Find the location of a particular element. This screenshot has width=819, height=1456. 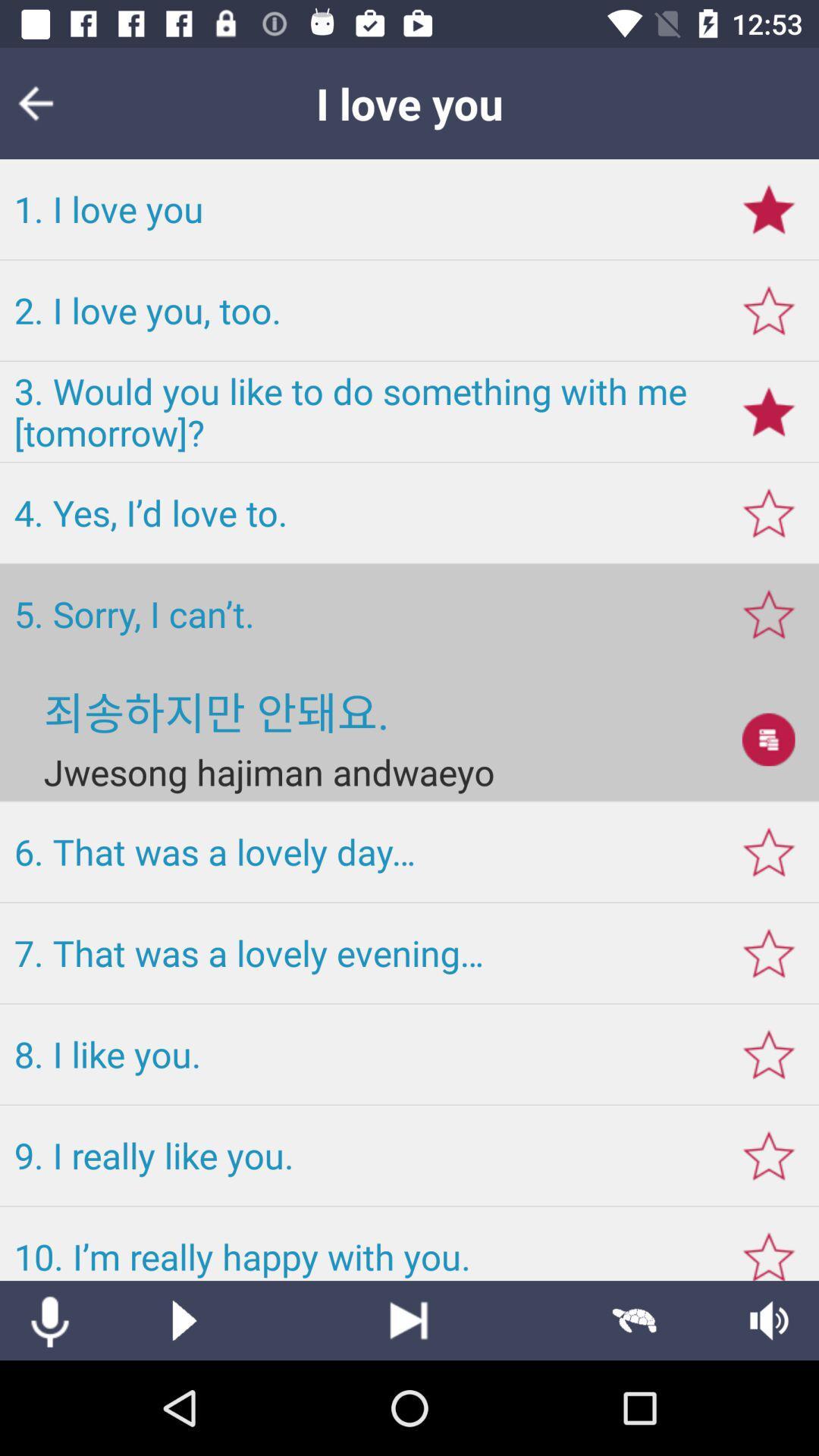

the volume icon is located at coordinates (769, 1319).